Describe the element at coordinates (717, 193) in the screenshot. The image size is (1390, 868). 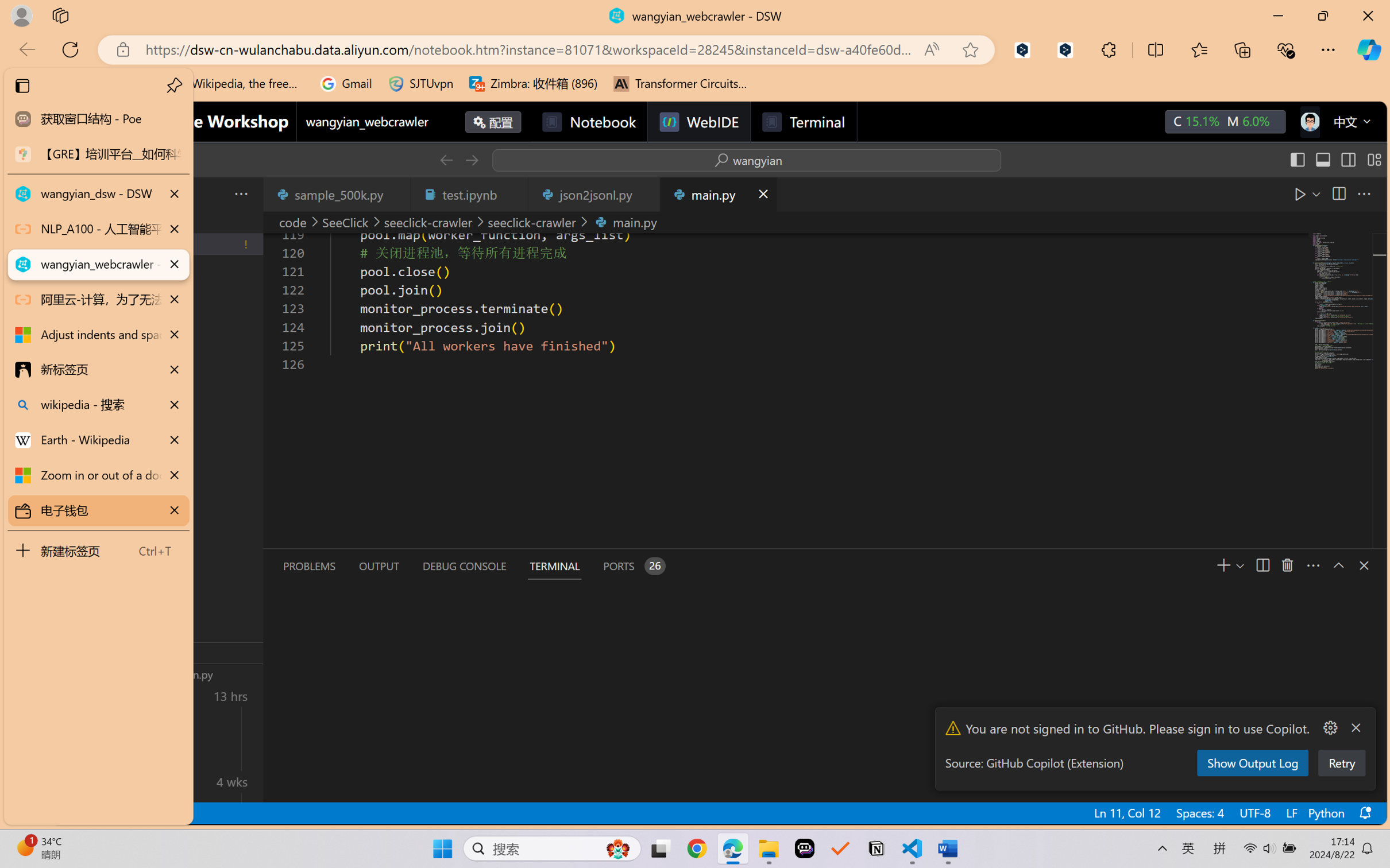
I see `'main.py'` at that location.